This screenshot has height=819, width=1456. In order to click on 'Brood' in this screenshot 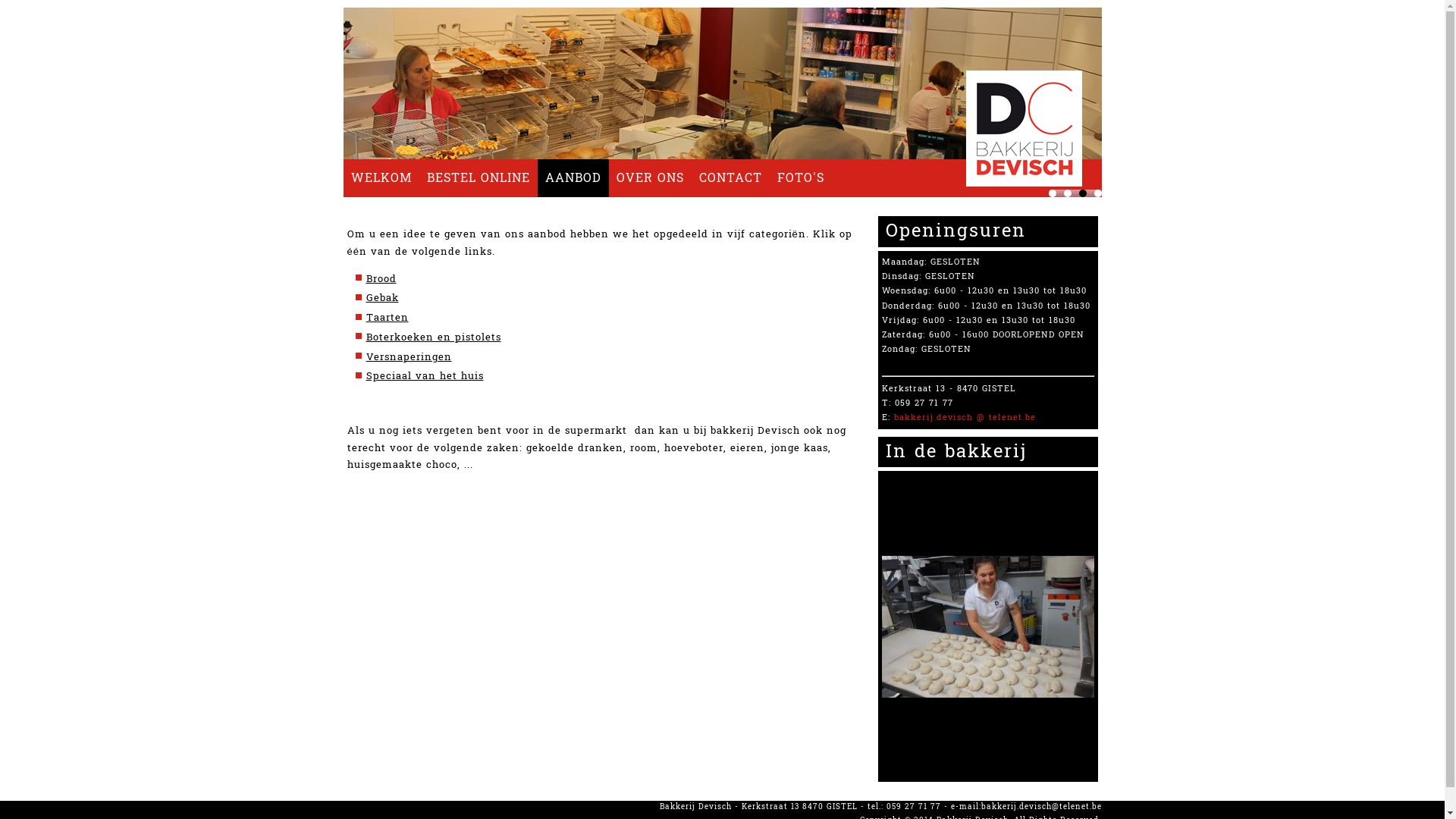, I will do `click(365, 278)`.